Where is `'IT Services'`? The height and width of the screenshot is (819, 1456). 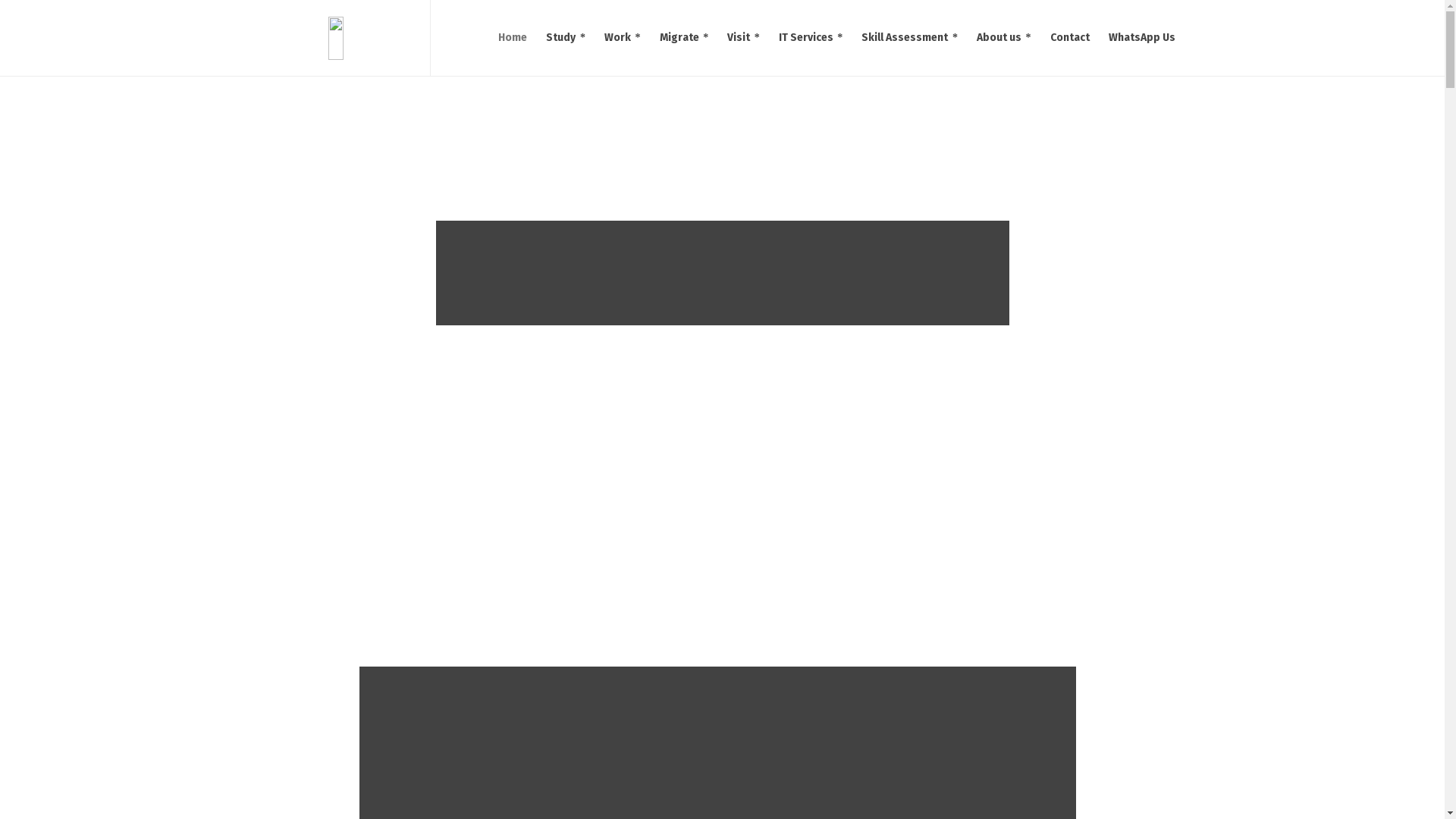
'IT Services' is located at coordinates (769, 37).